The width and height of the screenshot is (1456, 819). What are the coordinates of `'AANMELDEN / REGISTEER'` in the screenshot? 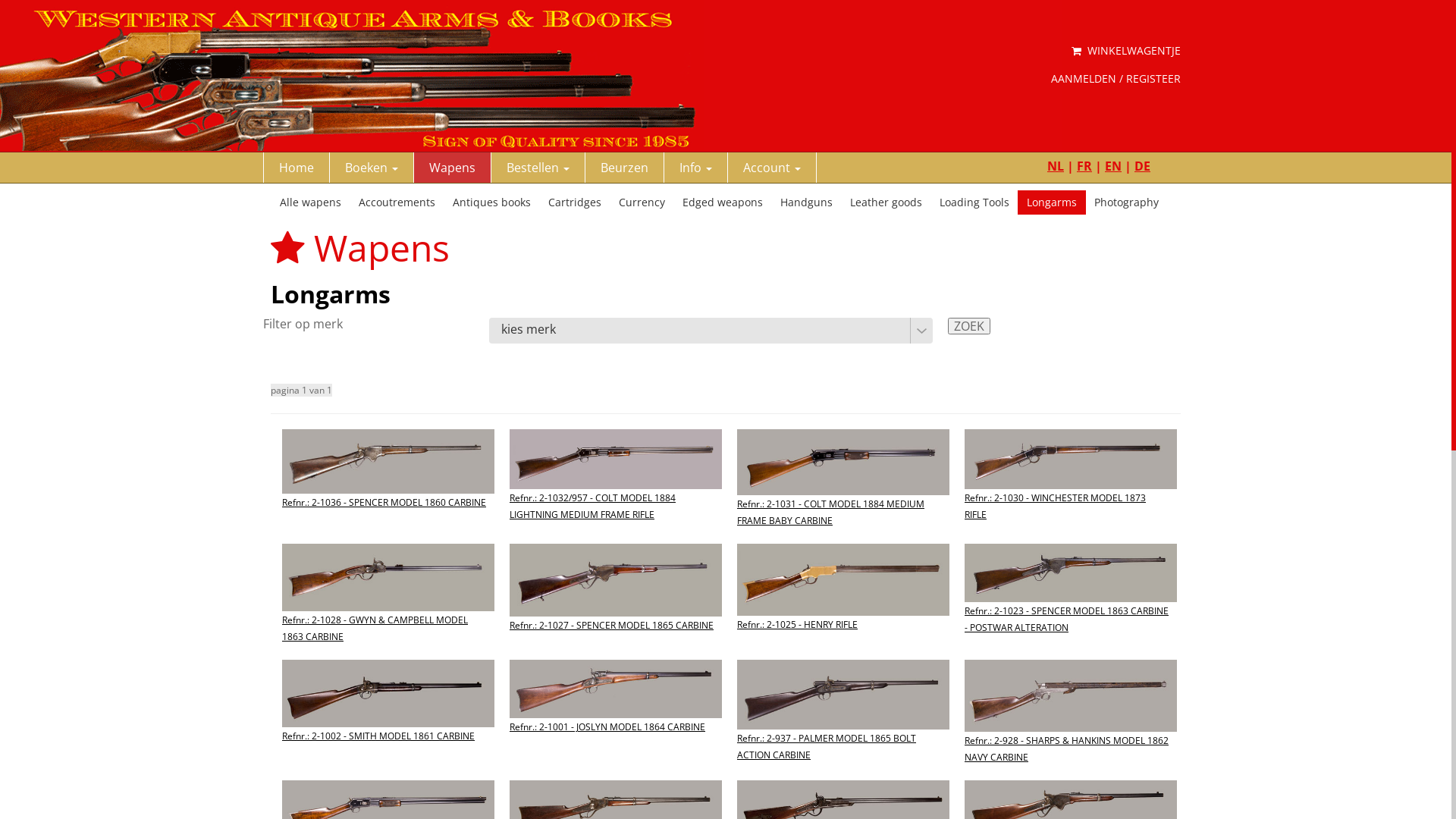 It's located at (1116, 79).